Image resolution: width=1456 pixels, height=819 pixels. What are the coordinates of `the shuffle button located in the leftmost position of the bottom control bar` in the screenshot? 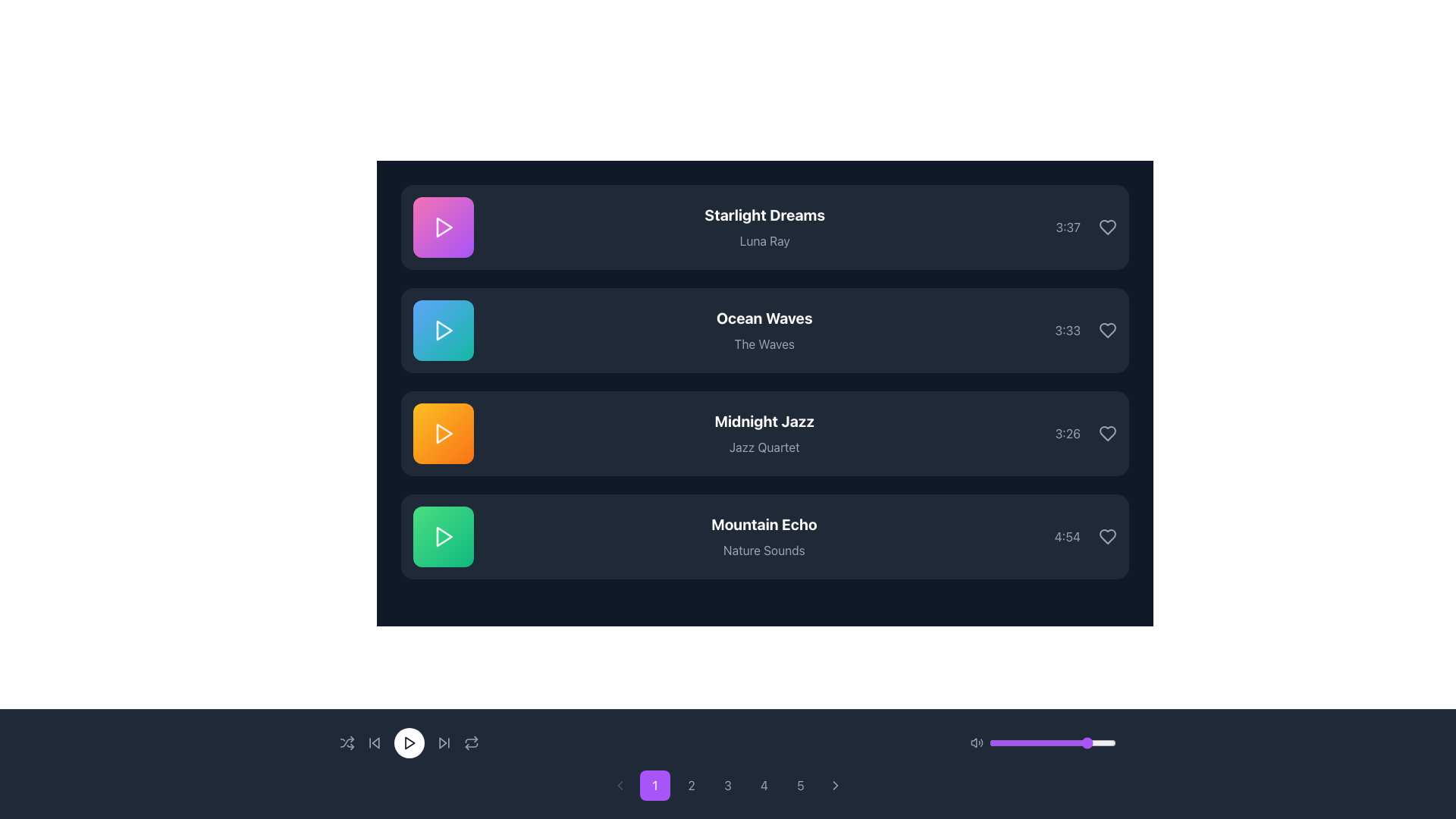 It's located at (346, 742).